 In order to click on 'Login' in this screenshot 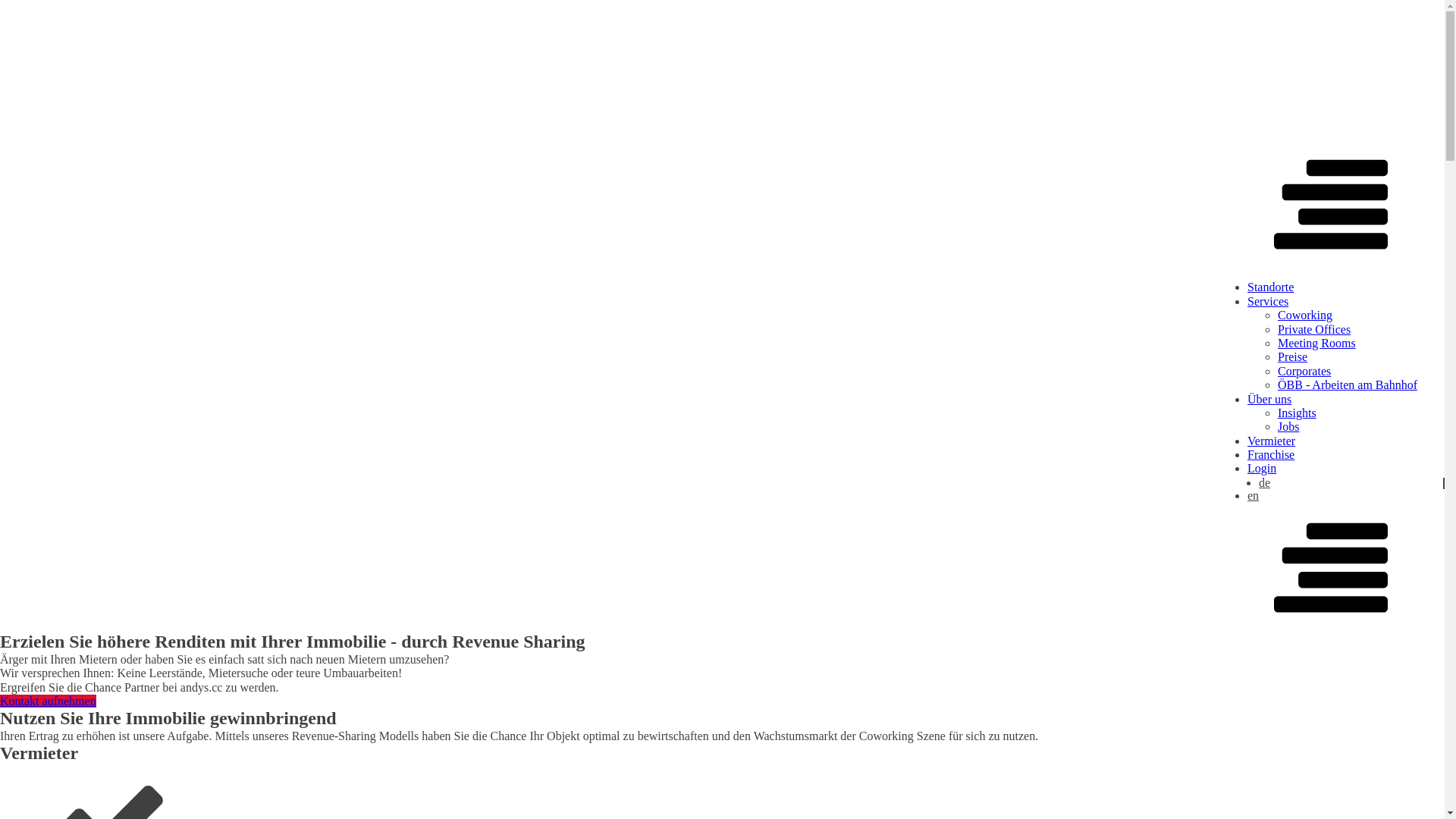, I will do `click(1247, 467)`.